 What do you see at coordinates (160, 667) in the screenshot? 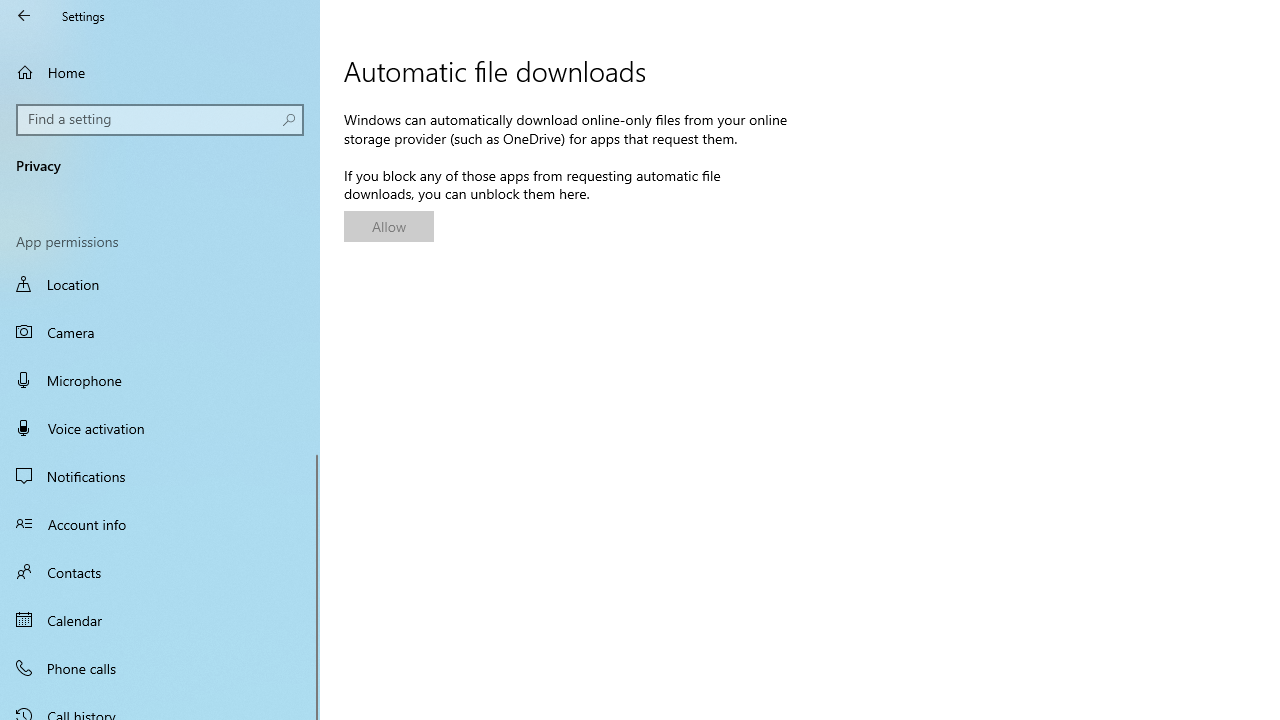
I see `'Phone calls'` at bounding box center [160, 667].